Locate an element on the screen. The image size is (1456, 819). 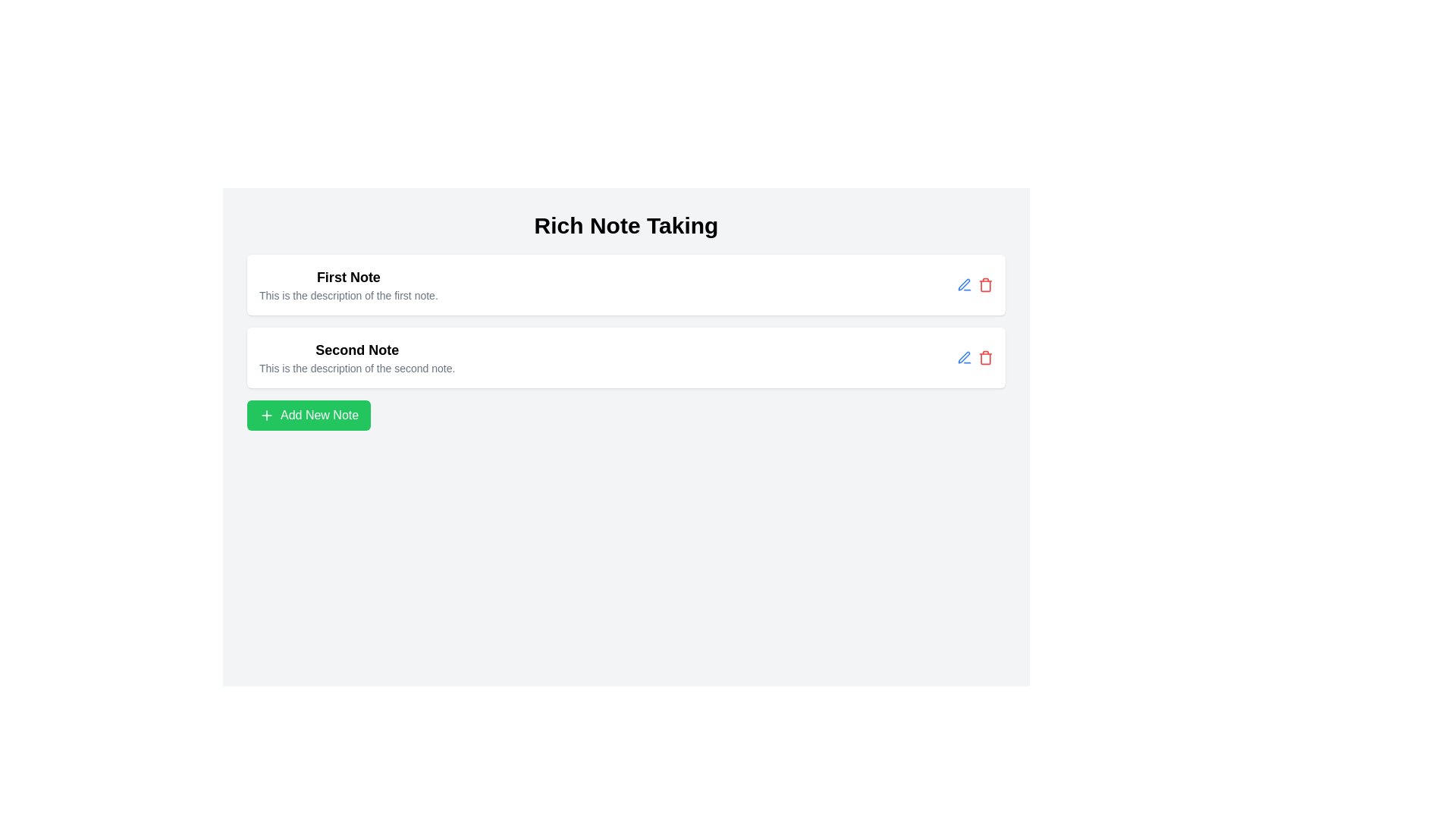
the green 'Add New Note' button with white text and a plus icon, located centrally below the note descriptions is located at coordinates (308, 415).